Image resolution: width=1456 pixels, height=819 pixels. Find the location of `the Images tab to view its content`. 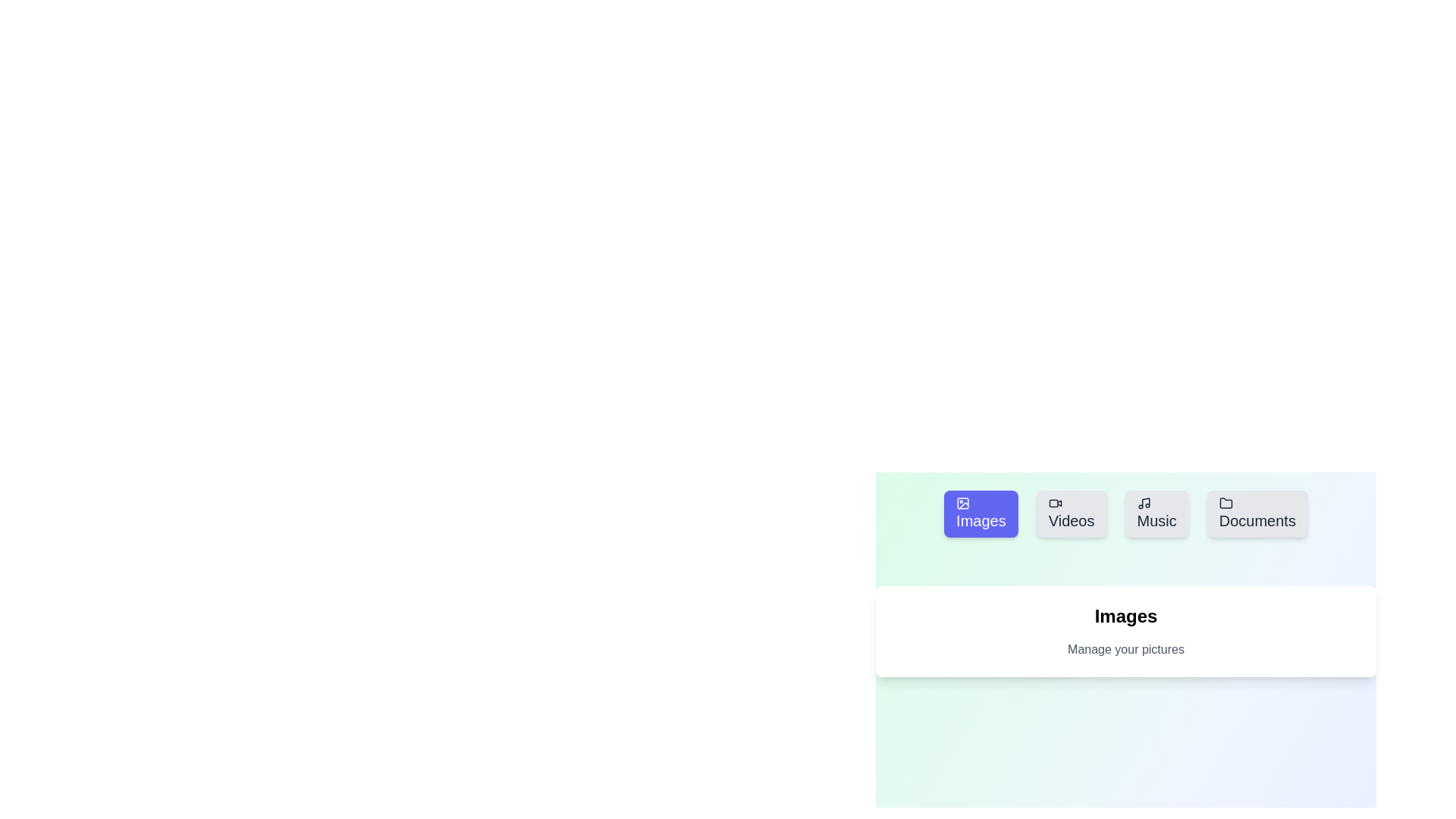

the Images tab to view its content is located at coordinates (981, 513).